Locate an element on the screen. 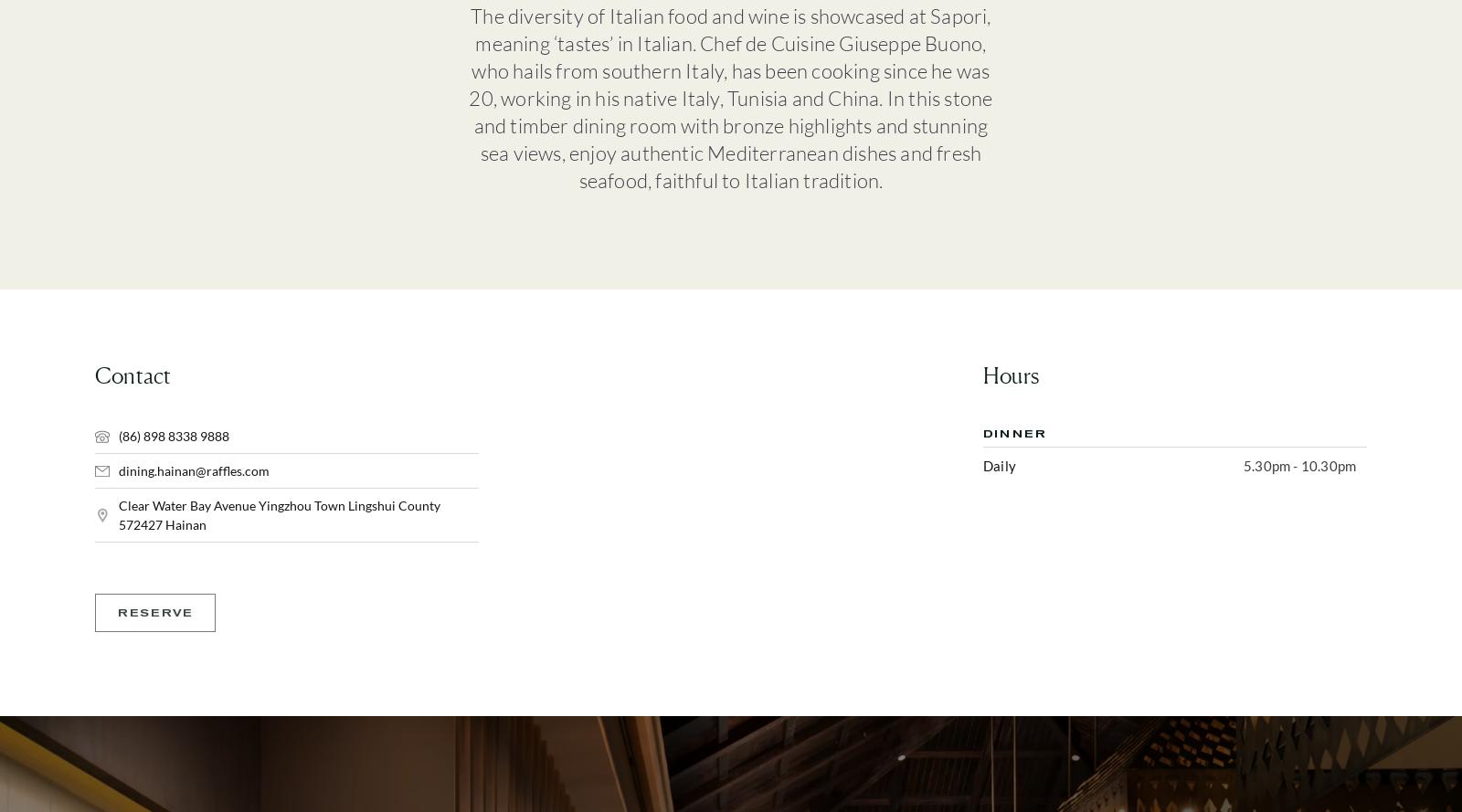  'Careers' is located at coordinates (870, 367).